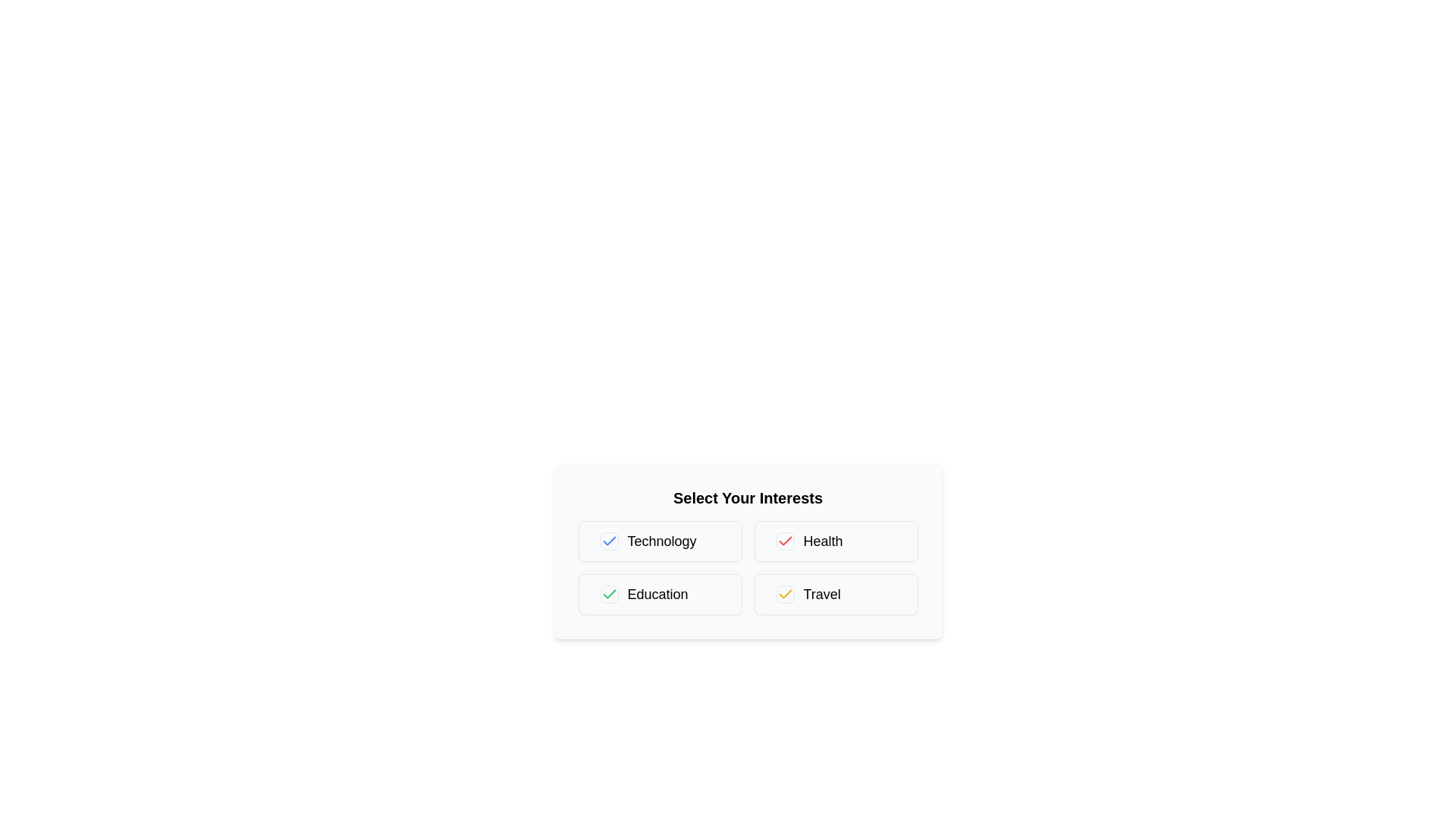 Image resolution: width=1456 pixels, height=819 pixels. I want to click on the heading 'Select Your Interests' and read its content, so click(748, 497).